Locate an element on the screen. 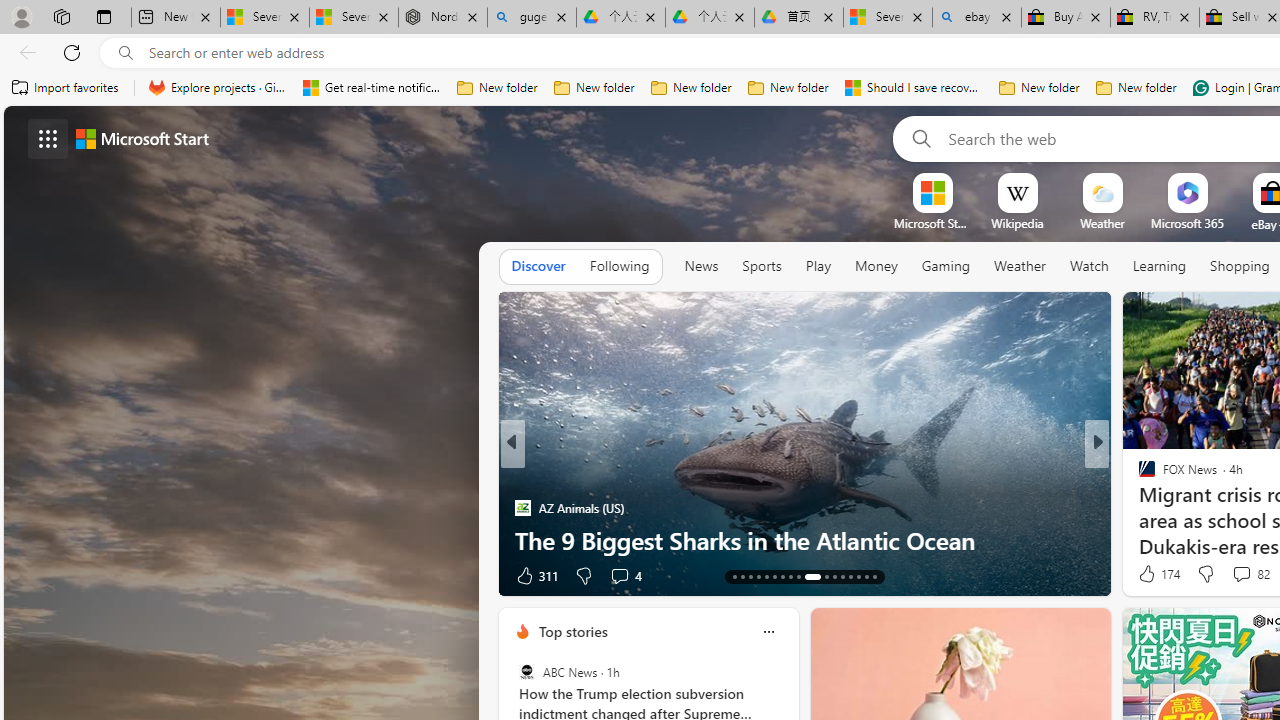 This screenshot has height=720, width=1280. 'Play' is located at coordinates (818, 266).